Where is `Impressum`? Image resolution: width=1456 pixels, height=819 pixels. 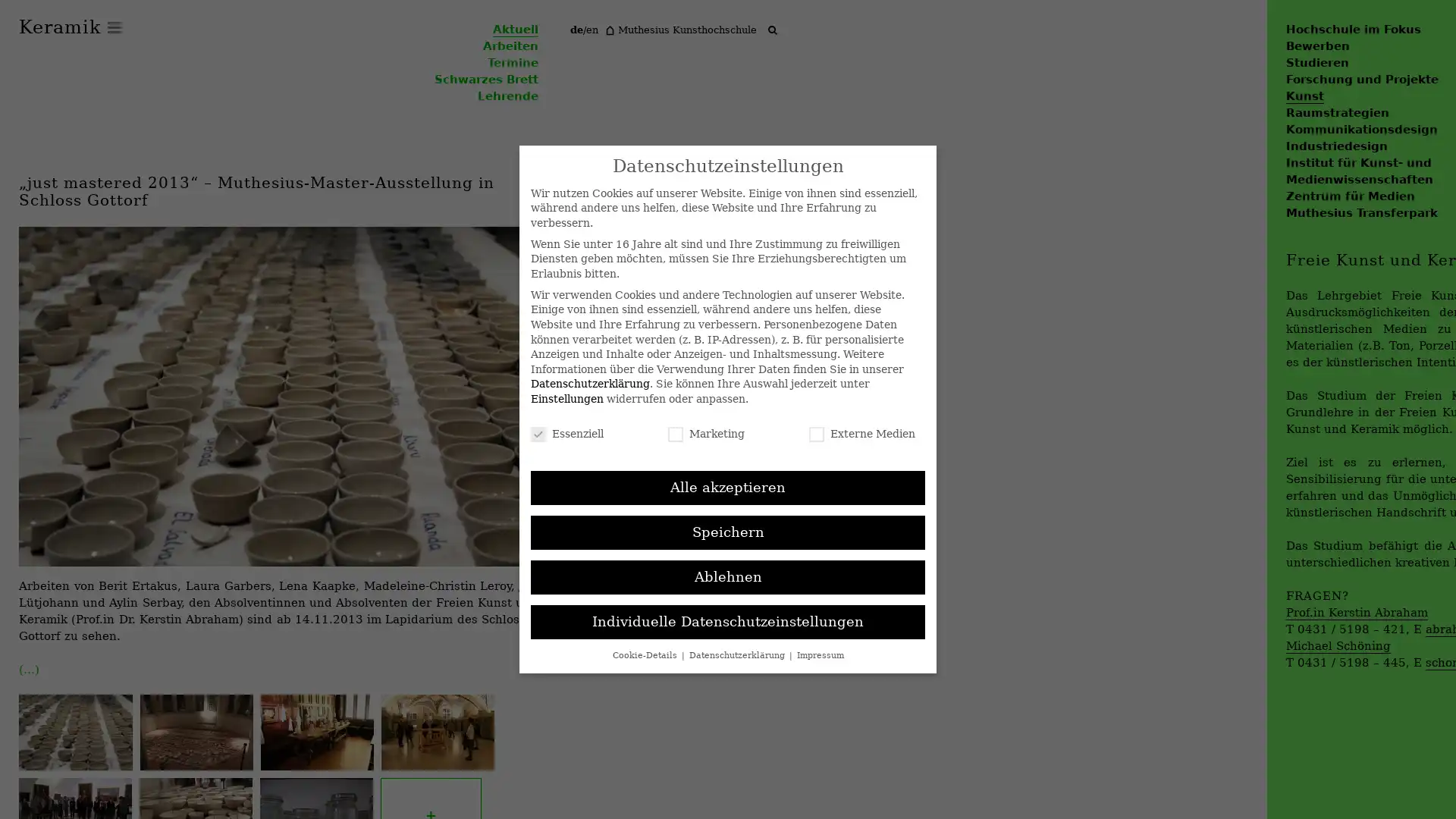 Impressum is located at coordinates (818, 654).